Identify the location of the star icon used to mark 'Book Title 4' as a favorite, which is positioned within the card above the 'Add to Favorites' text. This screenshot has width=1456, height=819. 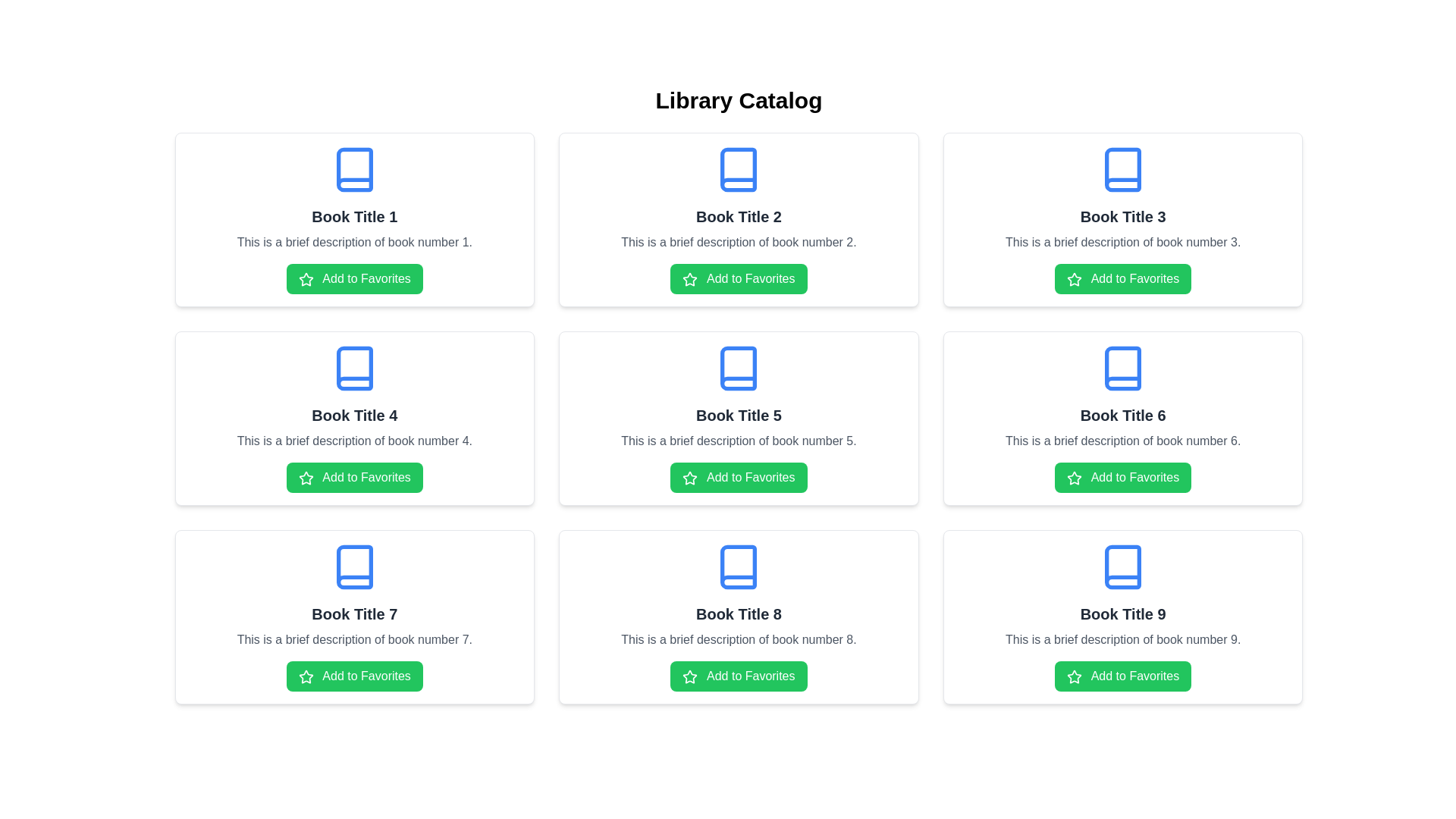
(305, 478).